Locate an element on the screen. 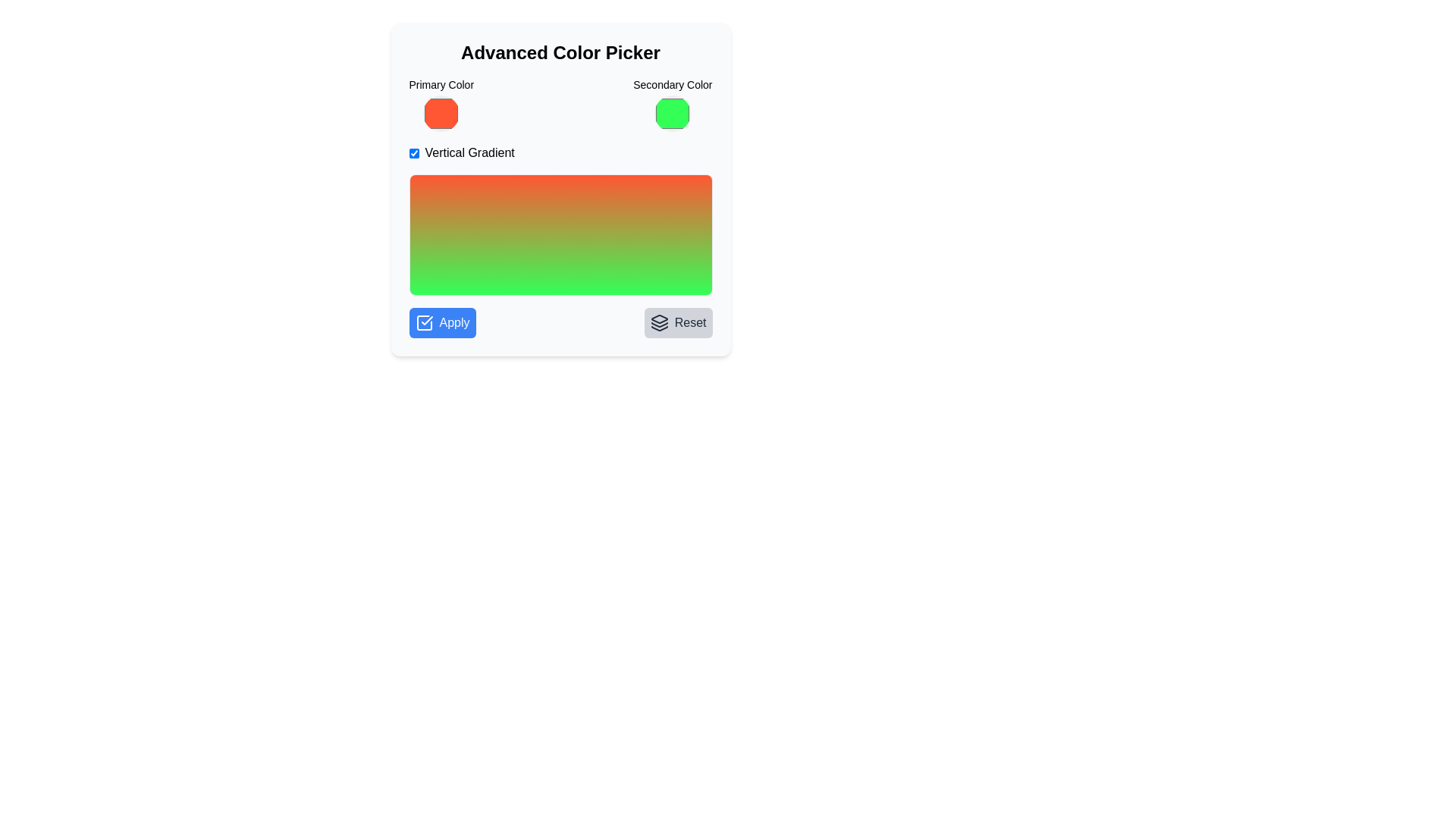 The height and width of the screenshot is (819, 1456). the Text Label describing the option of applying a vertical gradient, located below the 'Primary Color' and 'Secondary Color' headings and to the right of a checkbox is located at coordinates (469, 152).